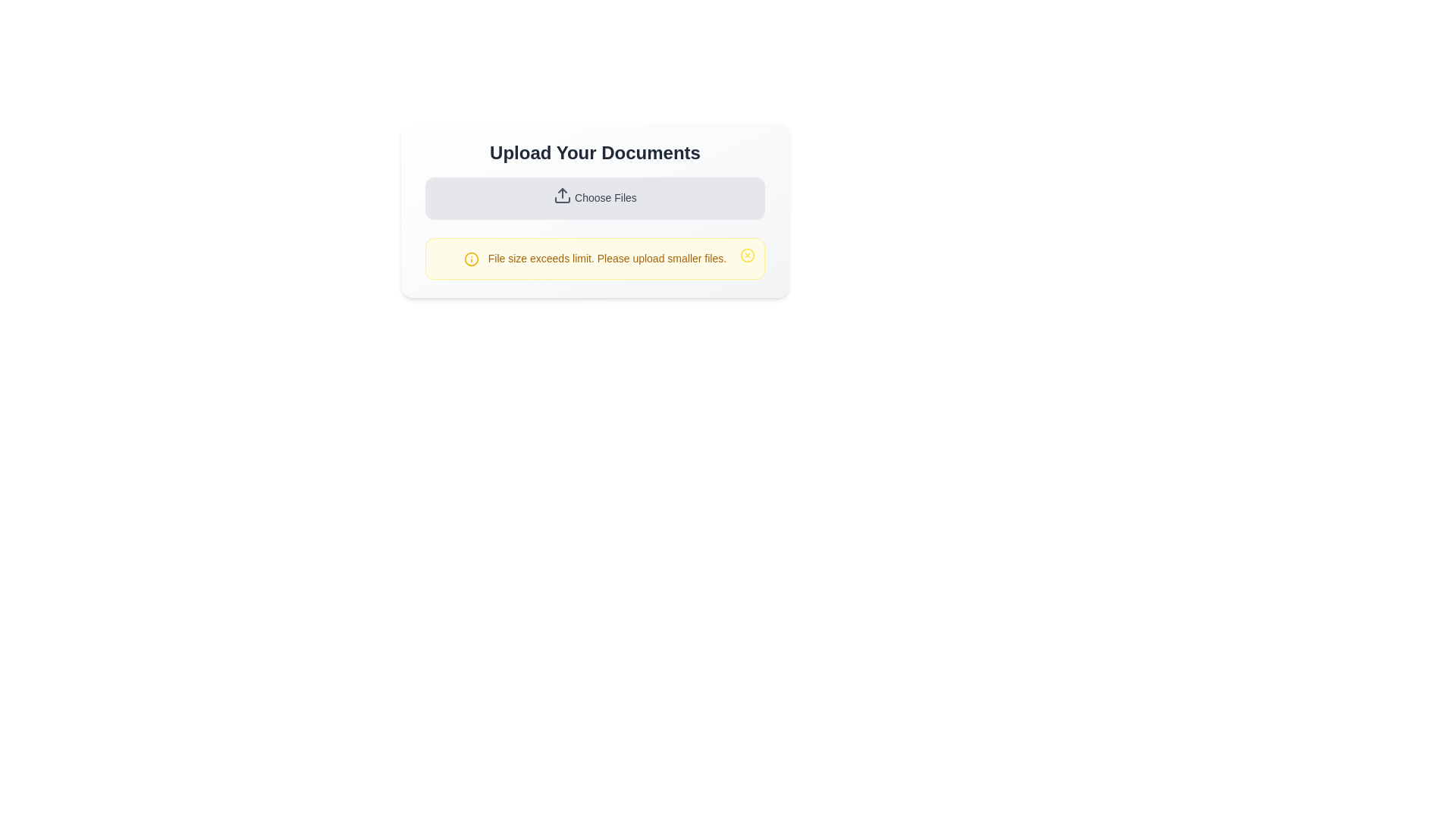 The width and height of the screenshot is (1456, 819). Describe the element at coordinates (562, 195) in the screenshot. I see `the 'Choose Files' button, which contains the Upload Icon that symbolizes file selection` at that location.